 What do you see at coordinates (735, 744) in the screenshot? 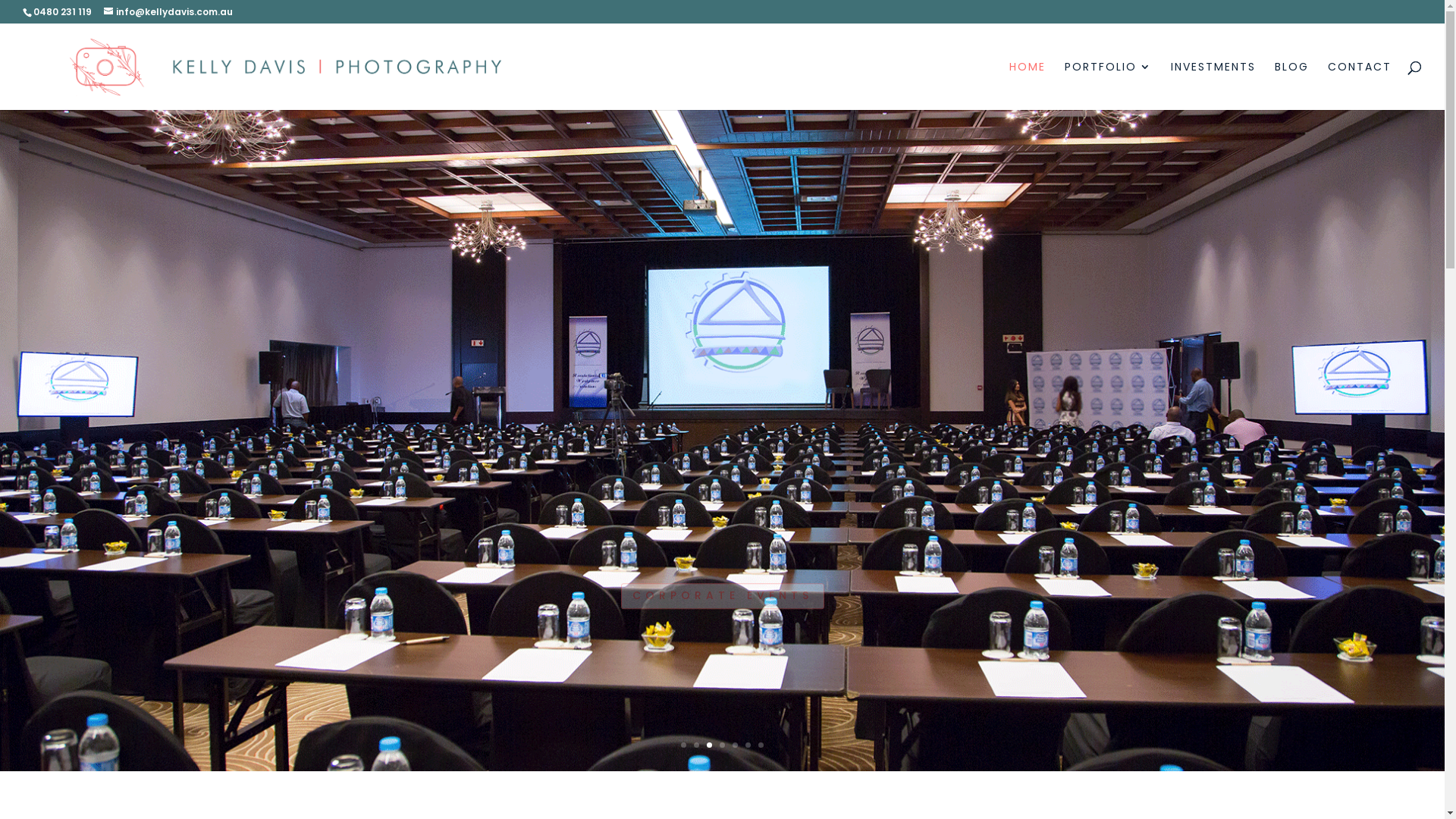
I see `'5'` at bounding box center [735, 744].